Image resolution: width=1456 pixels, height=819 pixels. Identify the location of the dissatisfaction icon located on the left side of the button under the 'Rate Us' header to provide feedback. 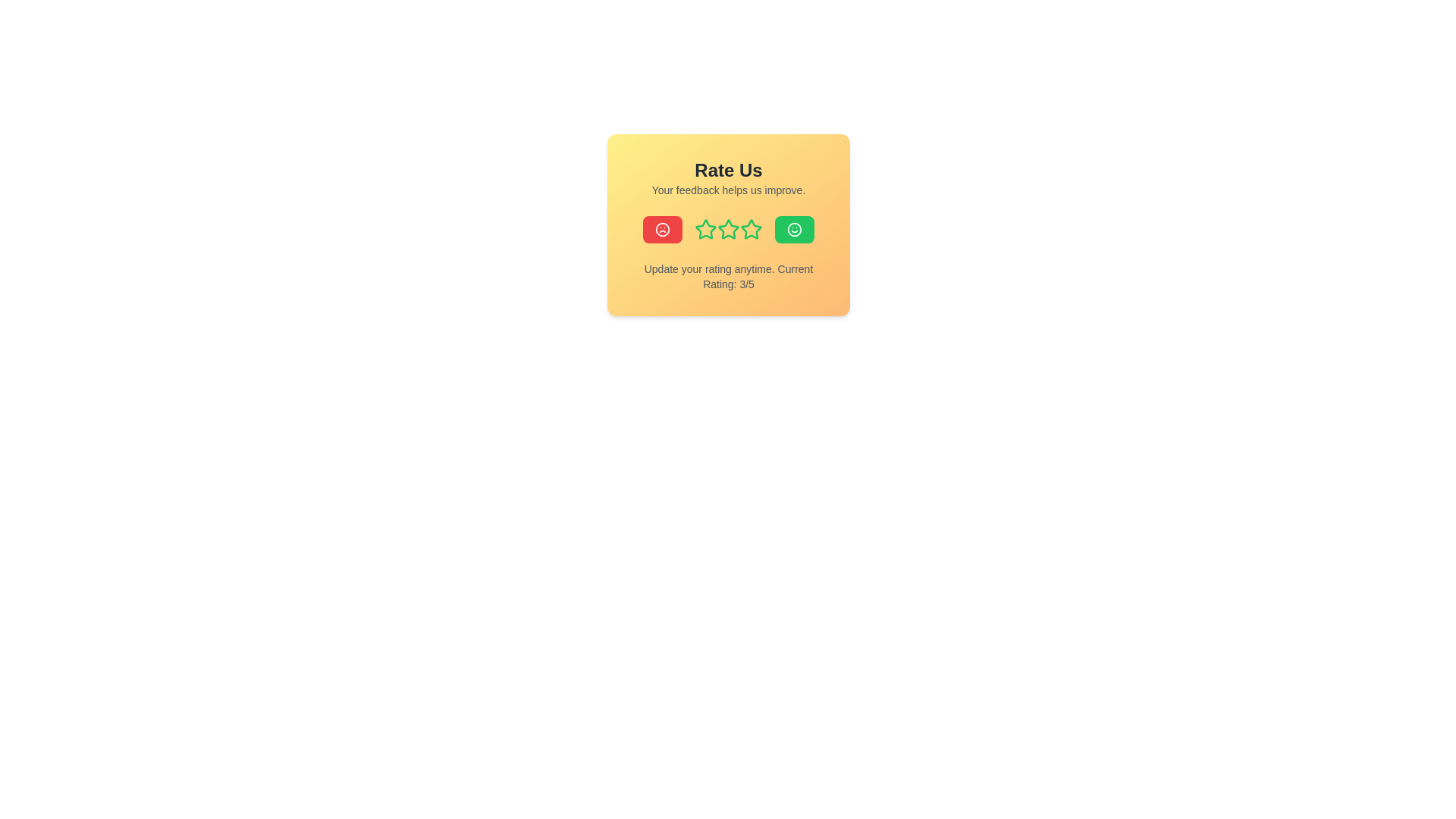
(662, 230).